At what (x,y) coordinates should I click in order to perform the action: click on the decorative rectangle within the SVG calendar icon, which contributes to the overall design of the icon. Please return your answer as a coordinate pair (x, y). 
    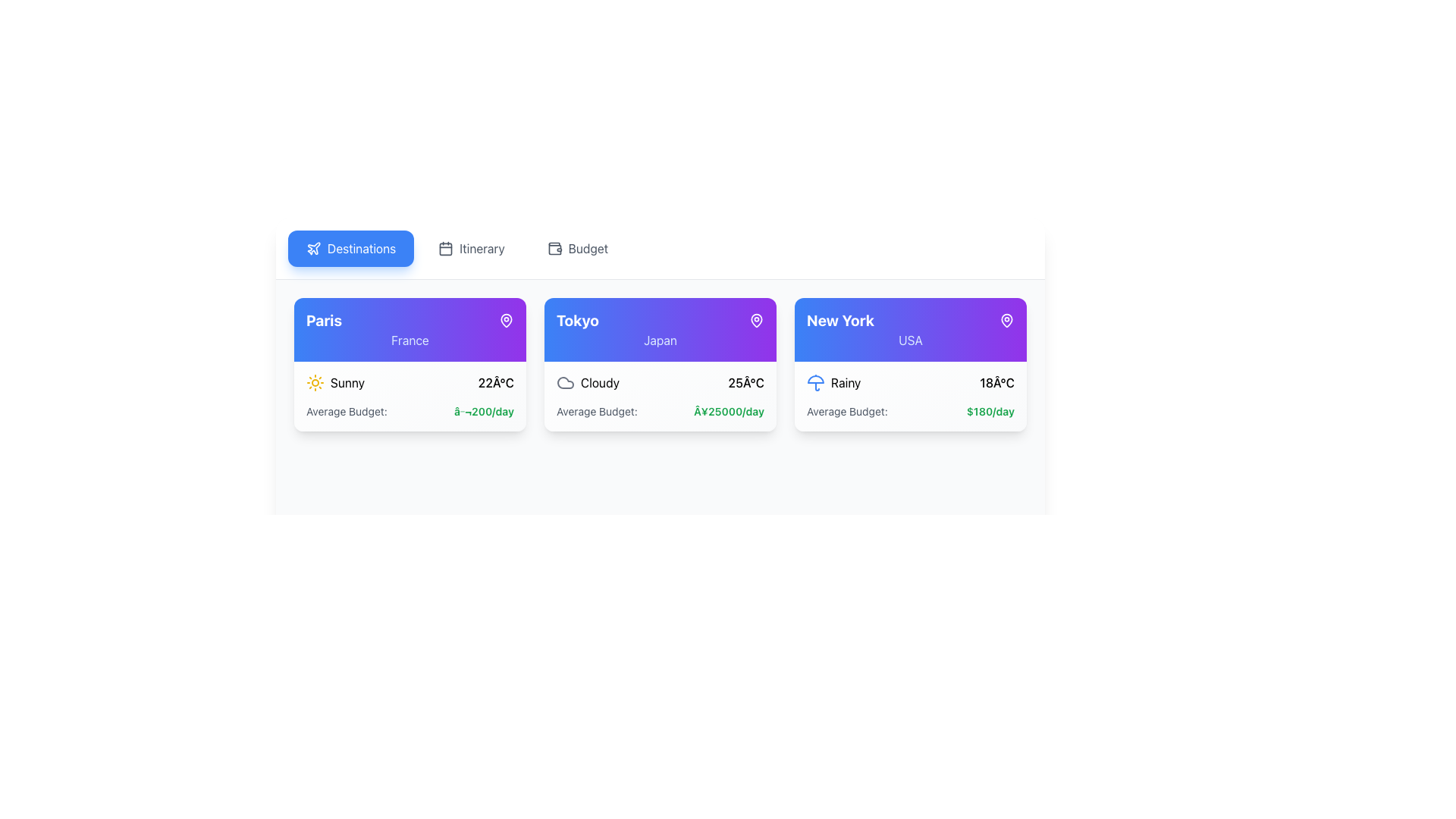
    Looking at the image, I should click on (445, 248).